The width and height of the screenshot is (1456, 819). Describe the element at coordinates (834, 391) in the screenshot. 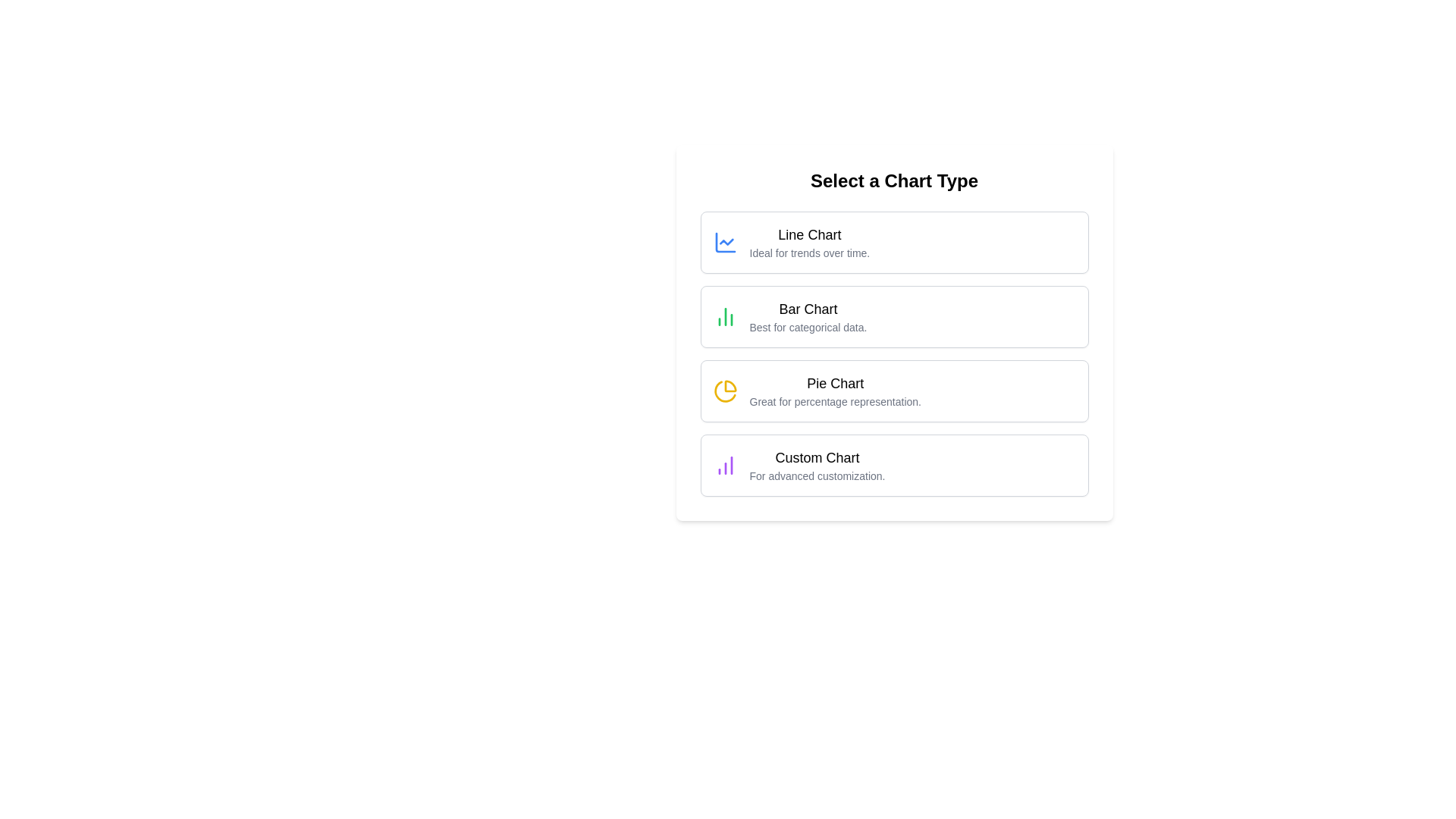

I see `the text label for the pie chart option, which is the third item in the list of chart type options` at that location.